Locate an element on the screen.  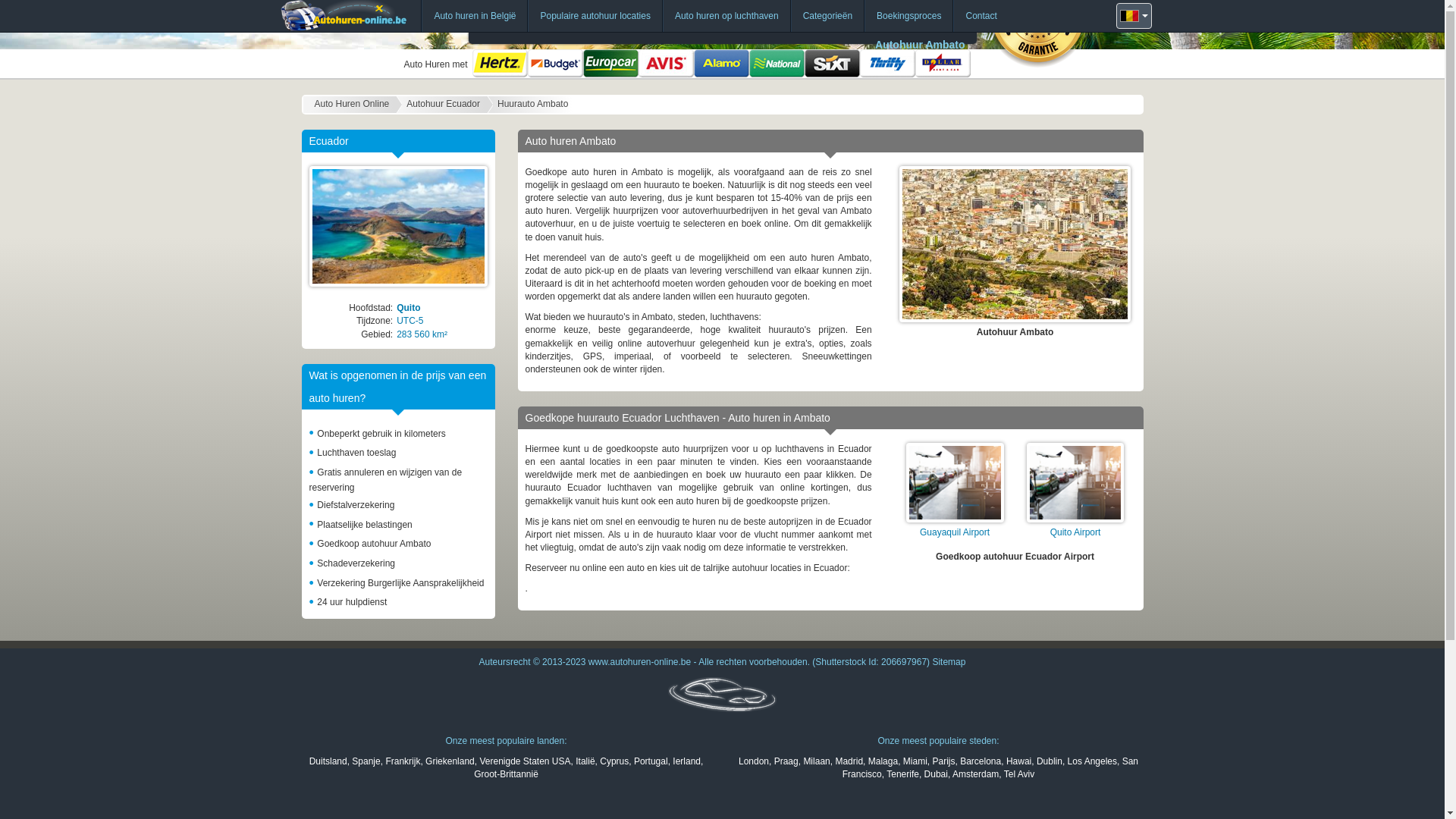
'Cyprus' is located at coordinates (614, 761).